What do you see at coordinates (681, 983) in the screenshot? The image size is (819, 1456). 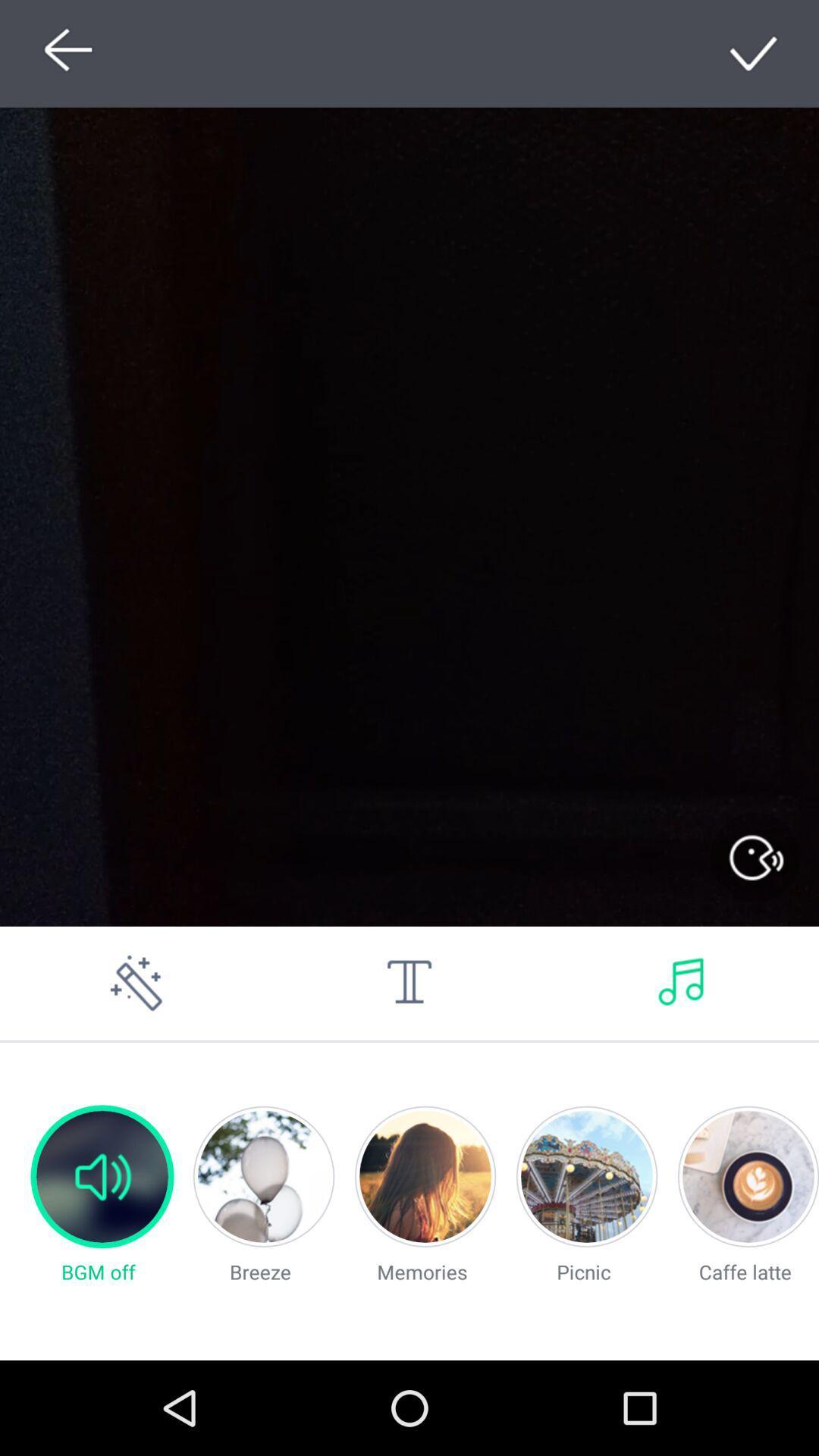 I see `switch to music button` at bounding box center [681, 983].